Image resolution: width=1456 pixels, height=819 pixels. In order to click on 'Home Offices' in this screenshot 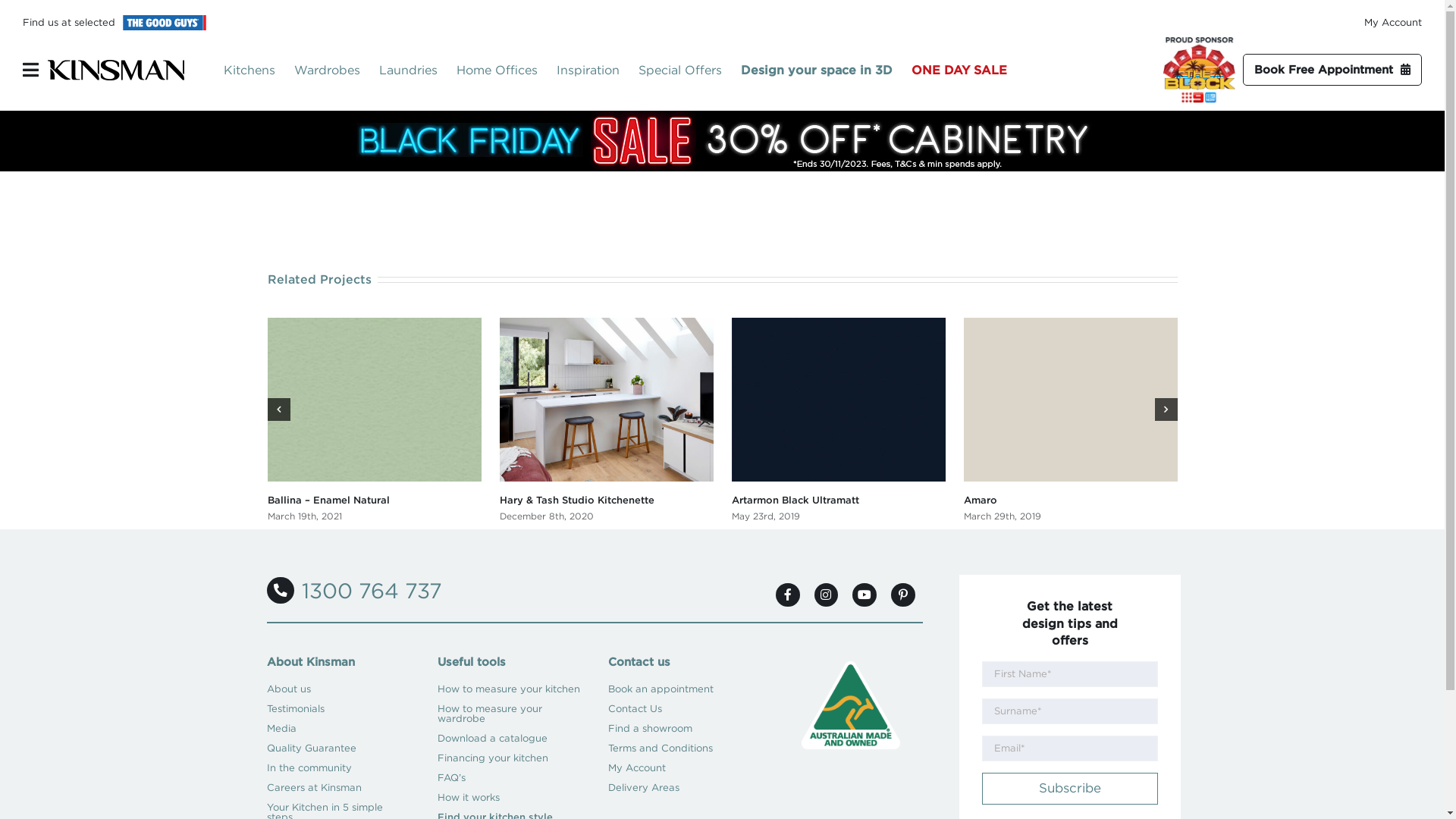, I will do `click(506, 70)`.